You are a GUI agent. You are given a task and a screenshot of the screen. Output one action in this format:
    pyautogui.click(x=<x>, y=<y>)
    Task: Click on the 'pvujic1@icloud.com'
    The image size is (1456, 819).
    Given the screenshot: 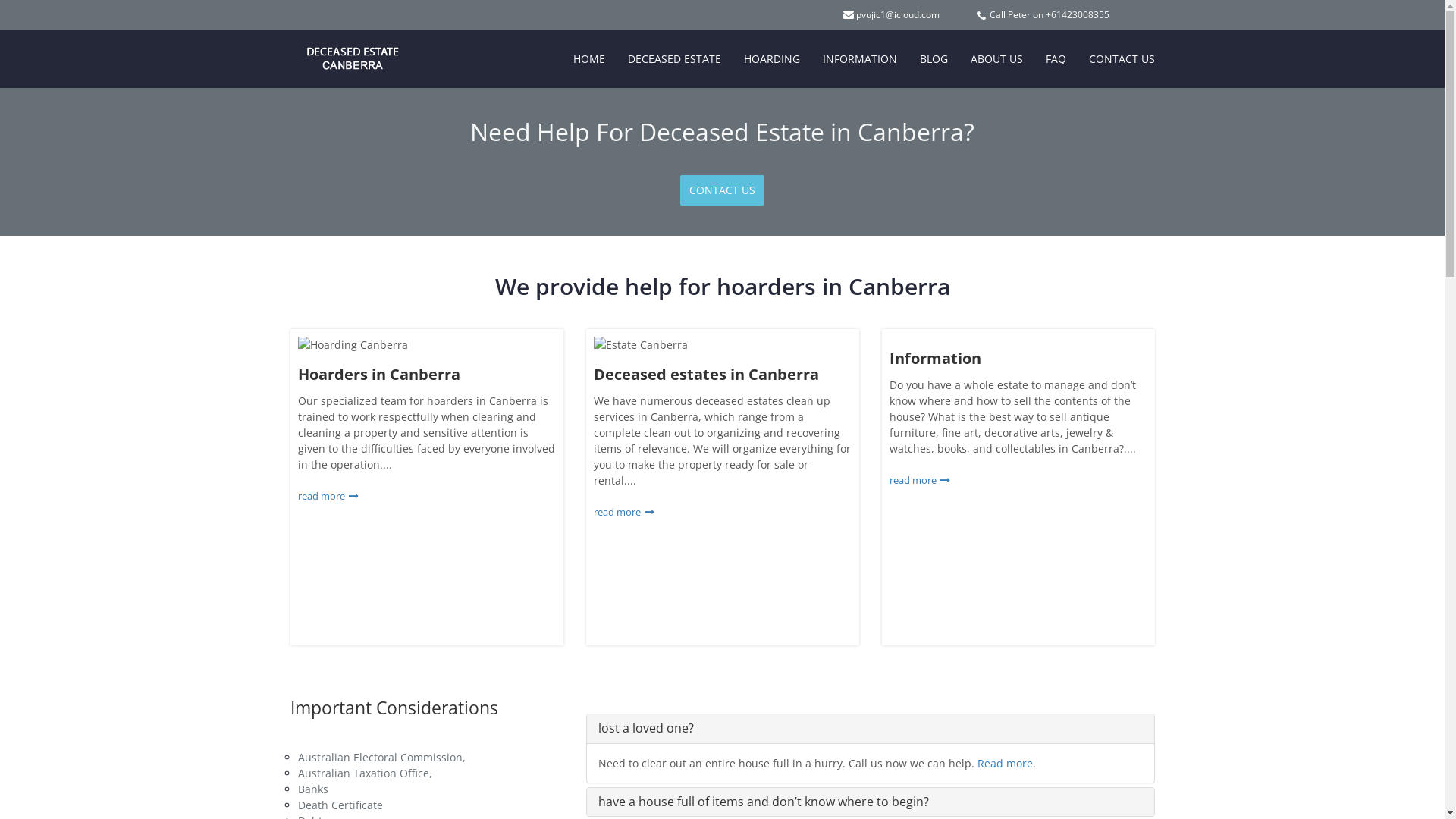 What is the action you would take?
    pyautogui.click(x=896, y=14)
    